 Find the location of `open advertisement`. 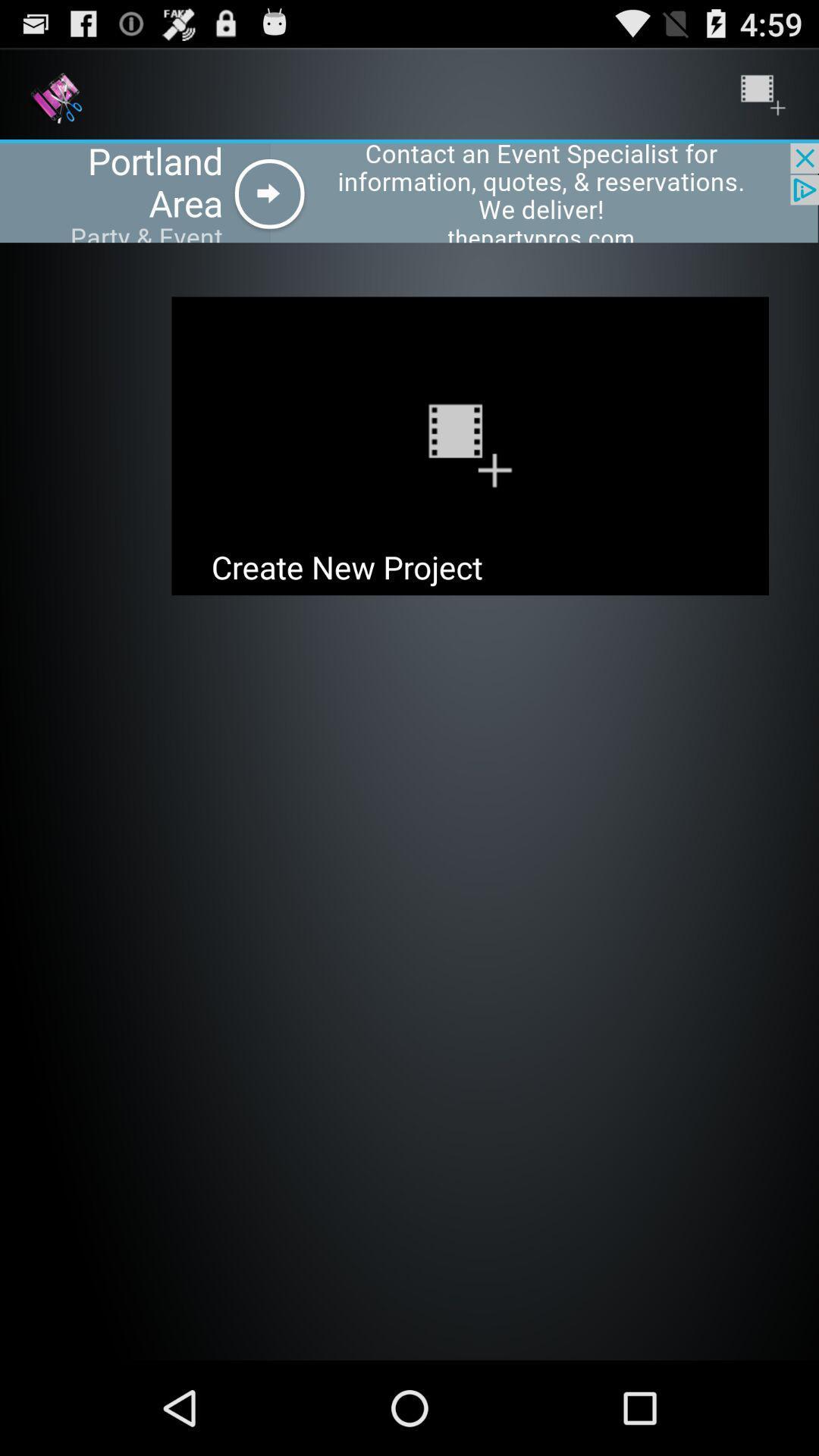

open advertisement is located at coordinates (409, 192).